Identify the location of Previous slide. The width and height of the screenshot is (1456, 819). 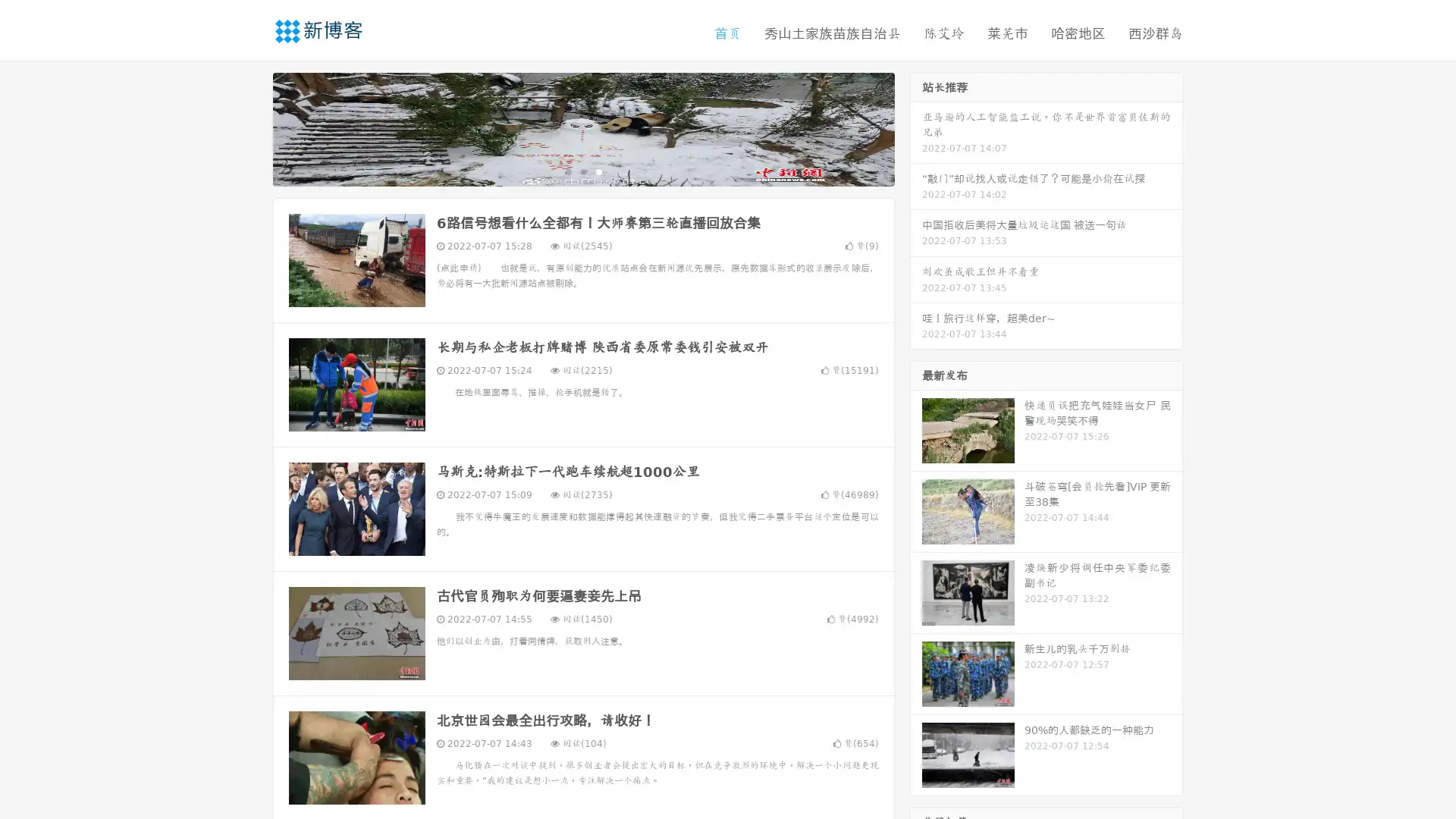
(250, 127).